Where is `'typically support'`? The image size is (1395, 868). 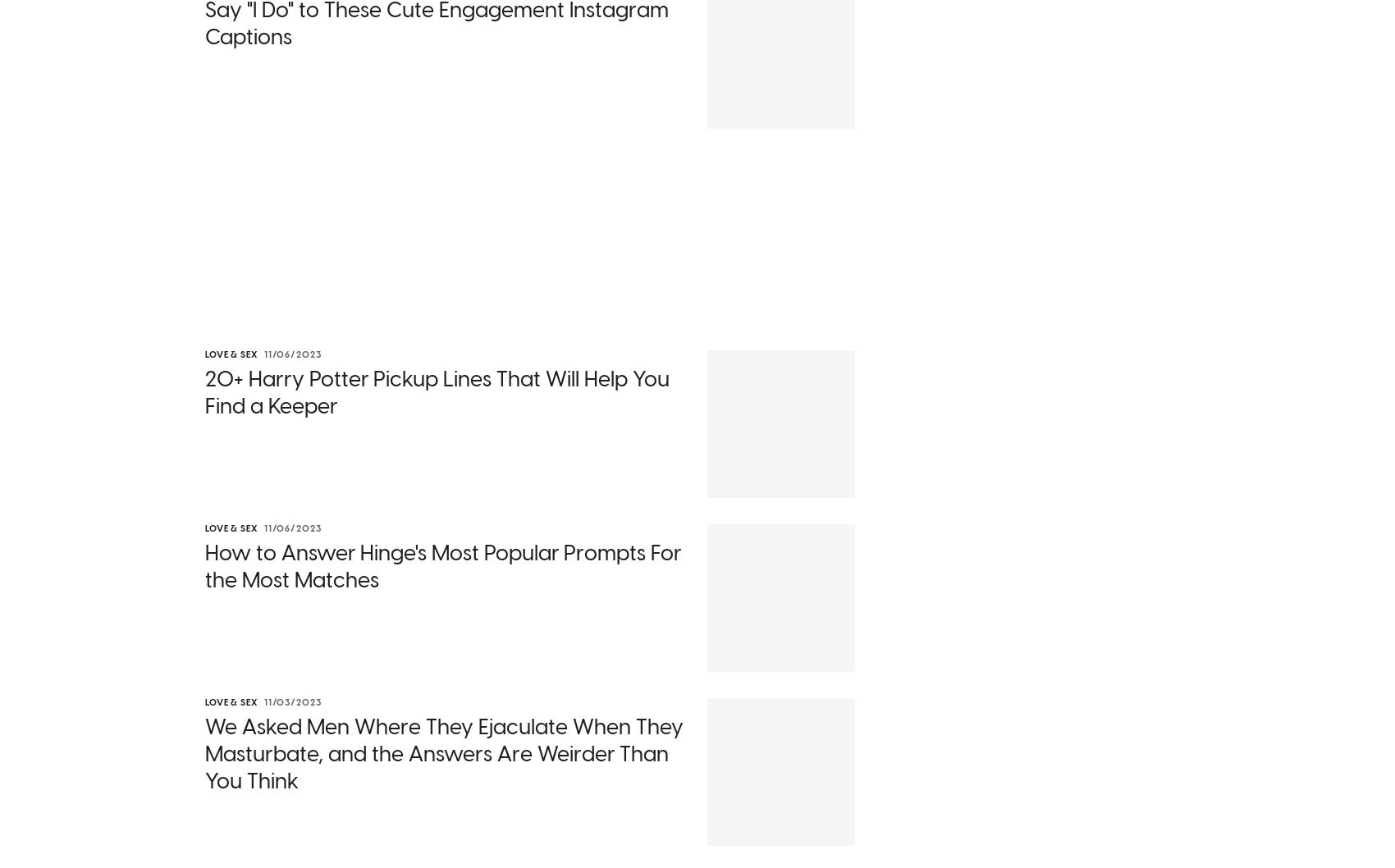
'typically support' is located at coordinates (631, 607).